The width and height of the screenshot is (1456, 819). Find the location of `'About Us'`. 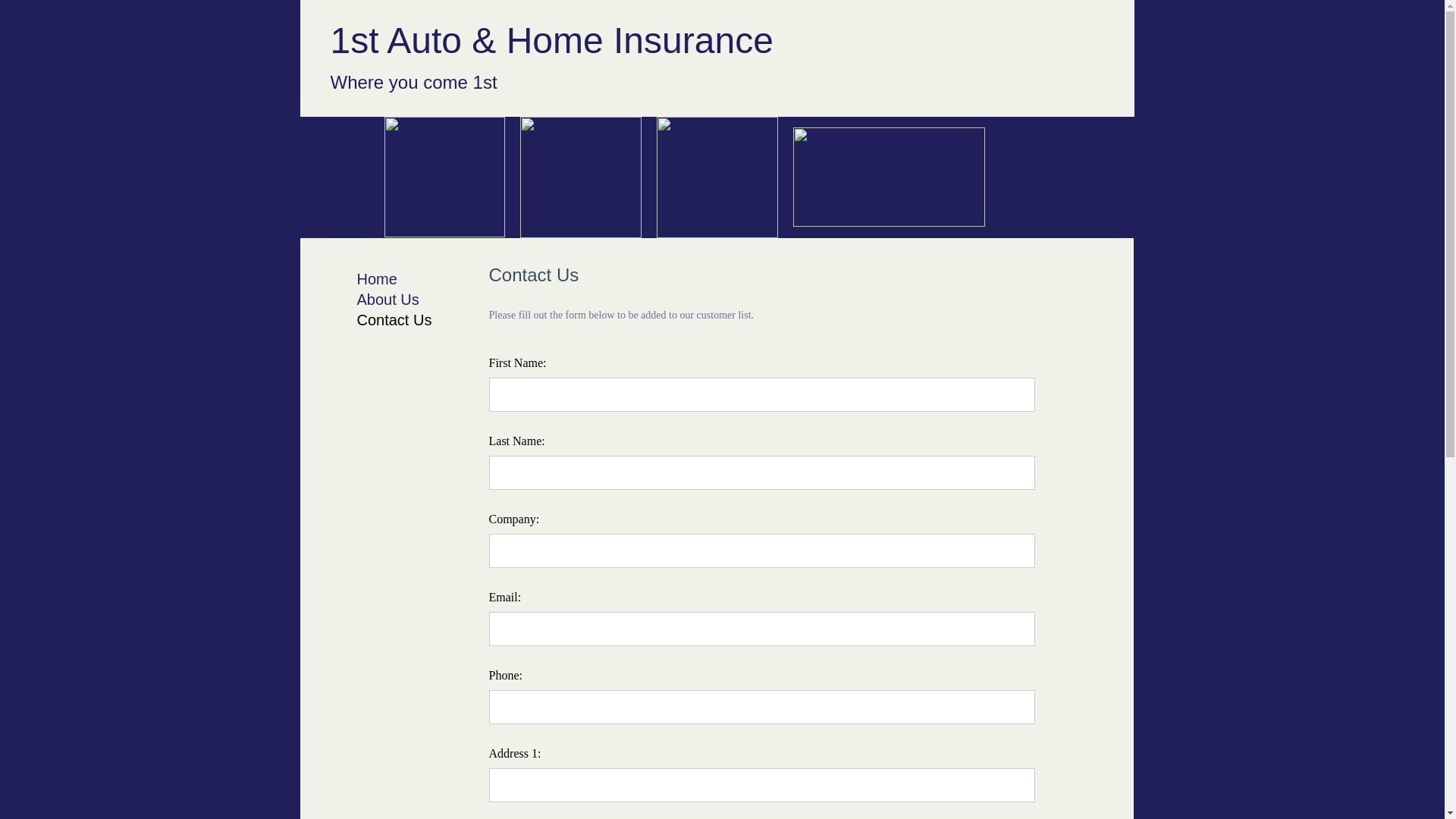

'About Us' is located at coordinates (387, 299).